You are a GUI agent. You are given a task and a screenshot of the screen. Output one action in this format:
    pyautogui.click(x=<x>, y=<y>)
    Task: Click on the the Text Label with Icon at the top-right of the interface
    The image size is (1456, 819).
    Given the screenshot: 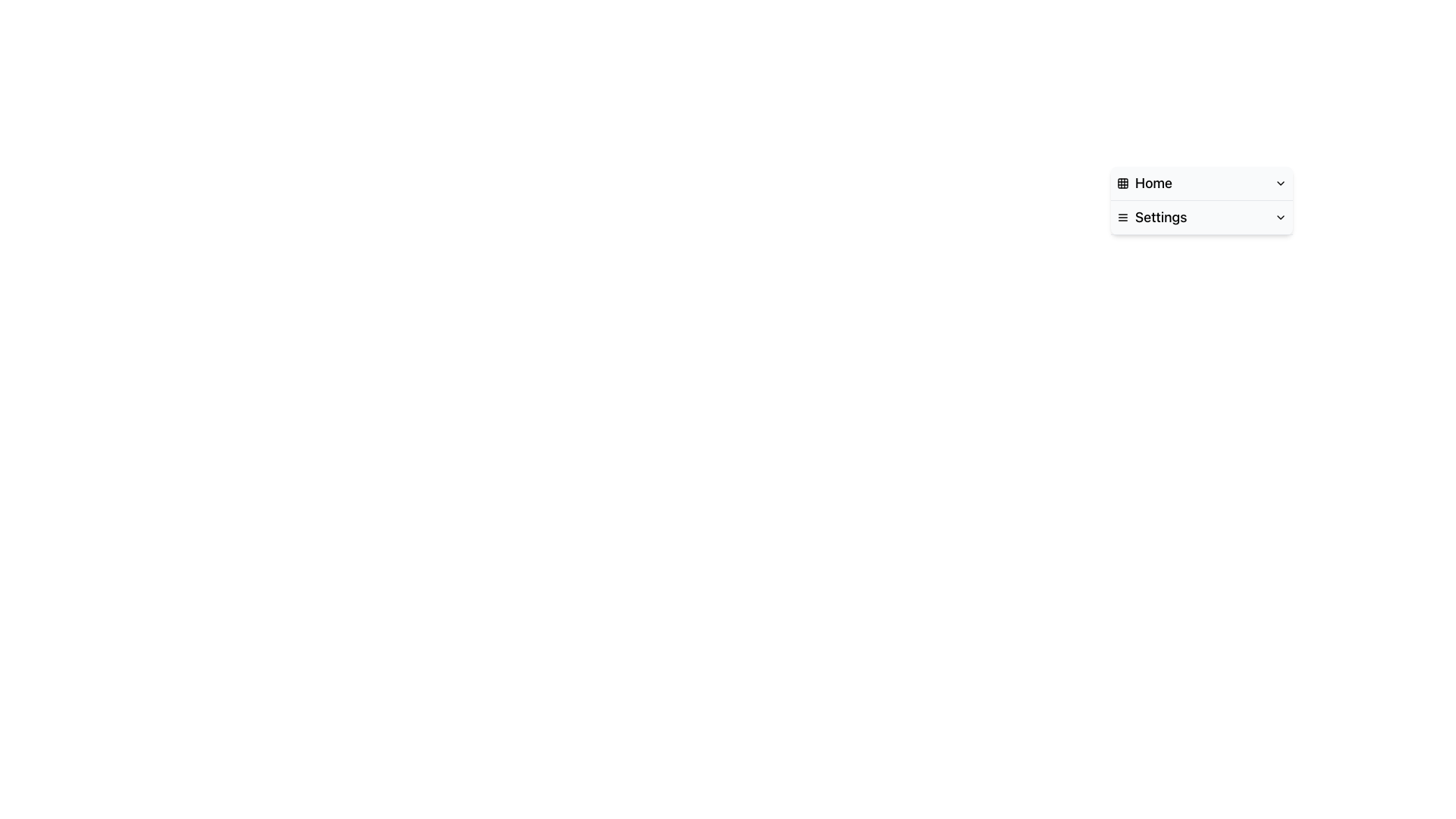 What is the action you would take?
    pyautogui.click(x=1144, y=183)
    